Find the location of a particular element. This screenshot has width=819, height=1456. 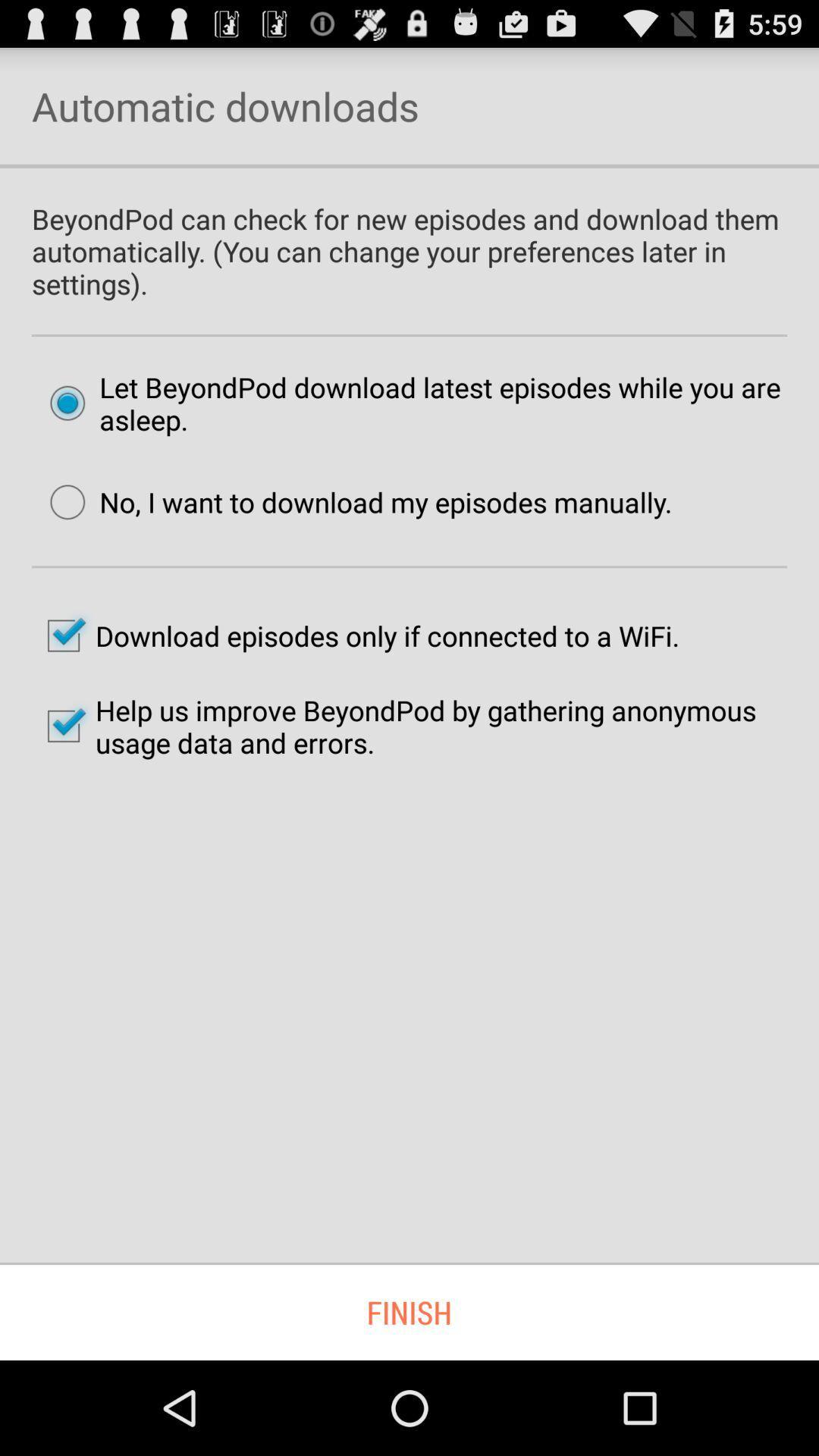

item below the let beyondpod download is located at coordinates (353, 502).